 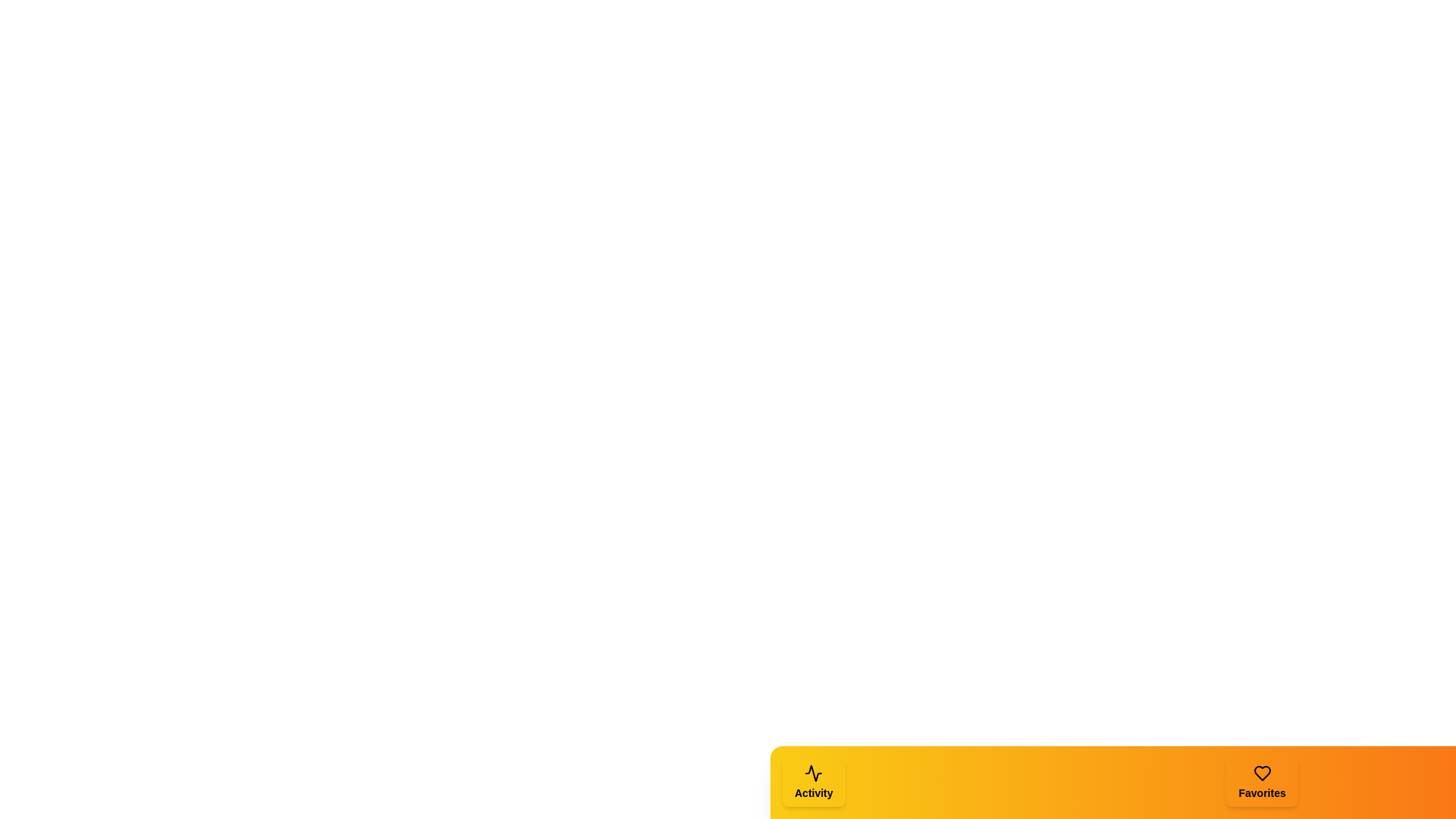 What do you see at coordinates (813, 783) in the screenshot?
I see `the tab corresponding to Activity` at bounding box center [813, 783].